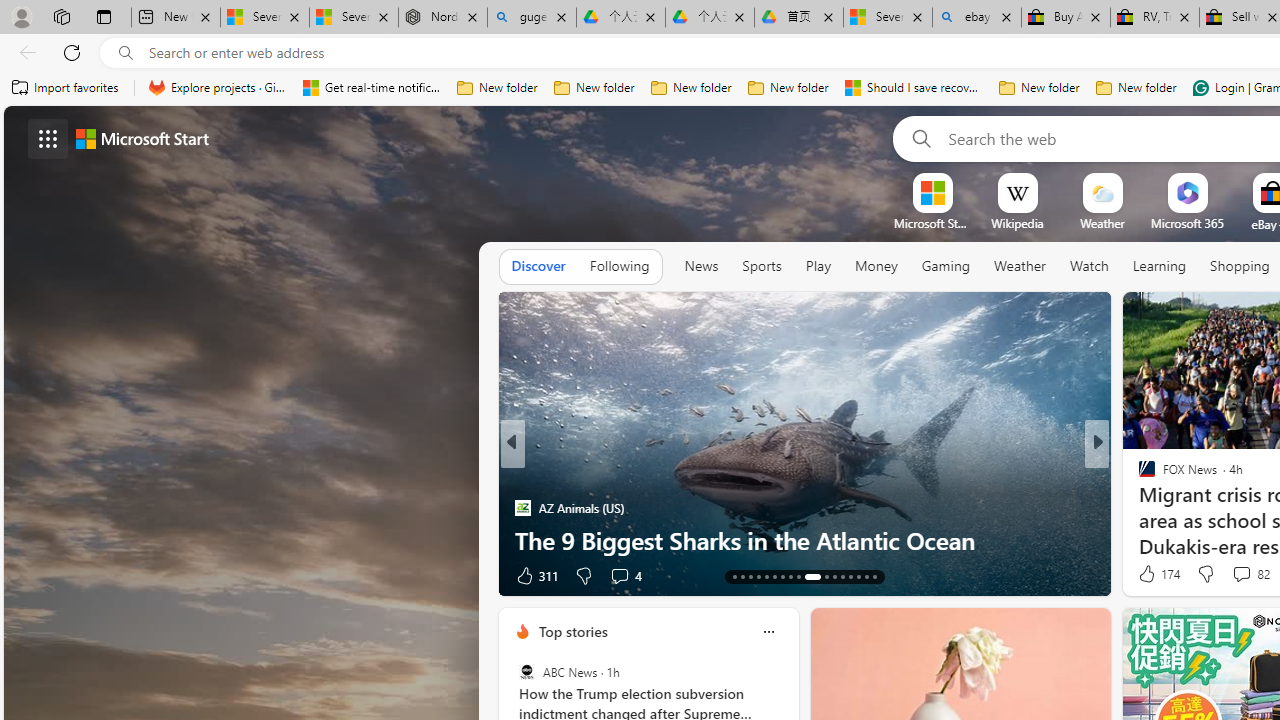 The width and height of the screenshot is (1280, 720). What do you see at coordinates (760, 266) in the screenshot?
I see `'Sports'` at bounding box center [760, 266].